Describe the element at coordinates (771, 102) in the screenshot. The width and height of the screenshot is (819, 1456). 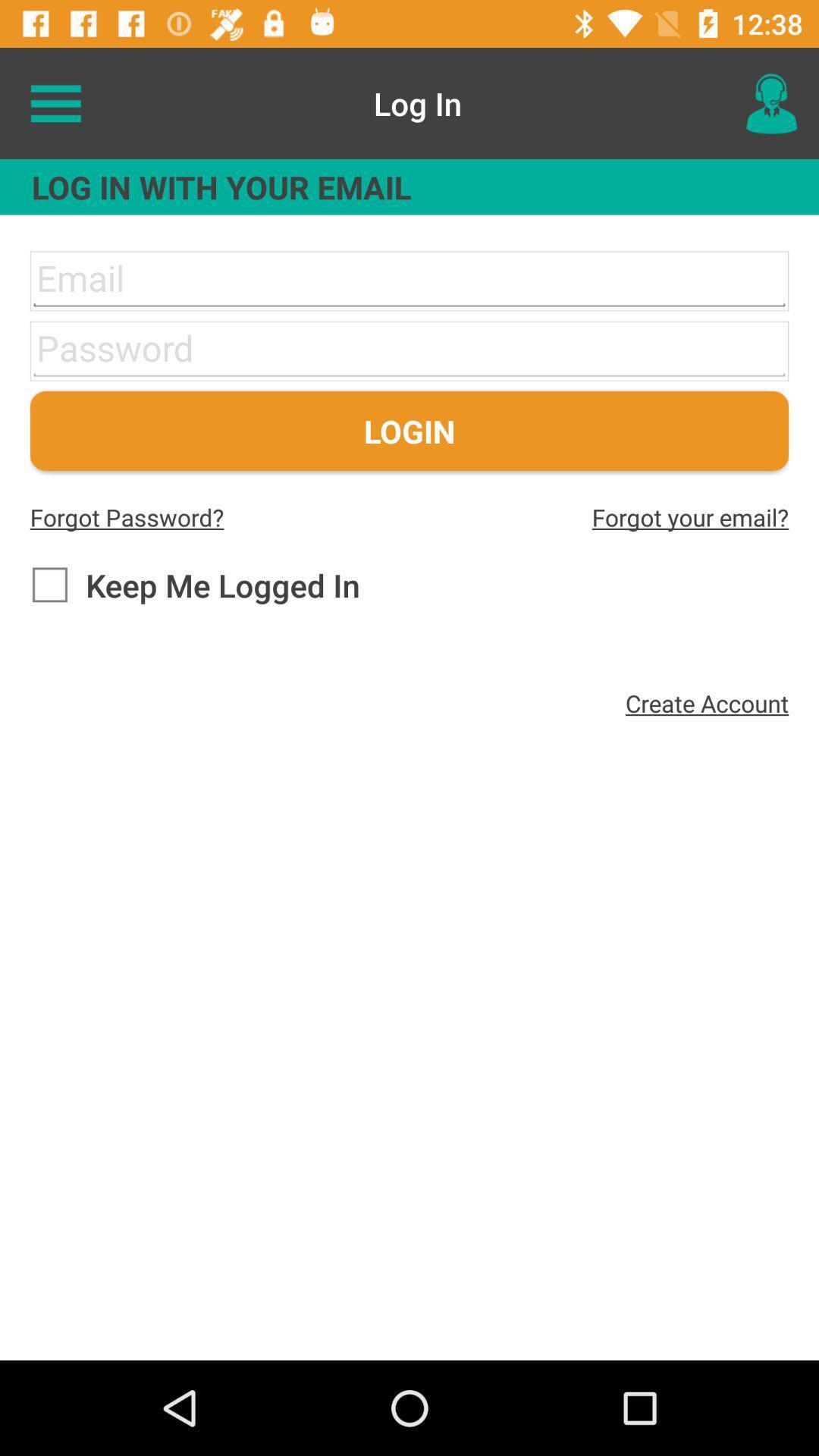
I see `item next to the log in icon` at that location.